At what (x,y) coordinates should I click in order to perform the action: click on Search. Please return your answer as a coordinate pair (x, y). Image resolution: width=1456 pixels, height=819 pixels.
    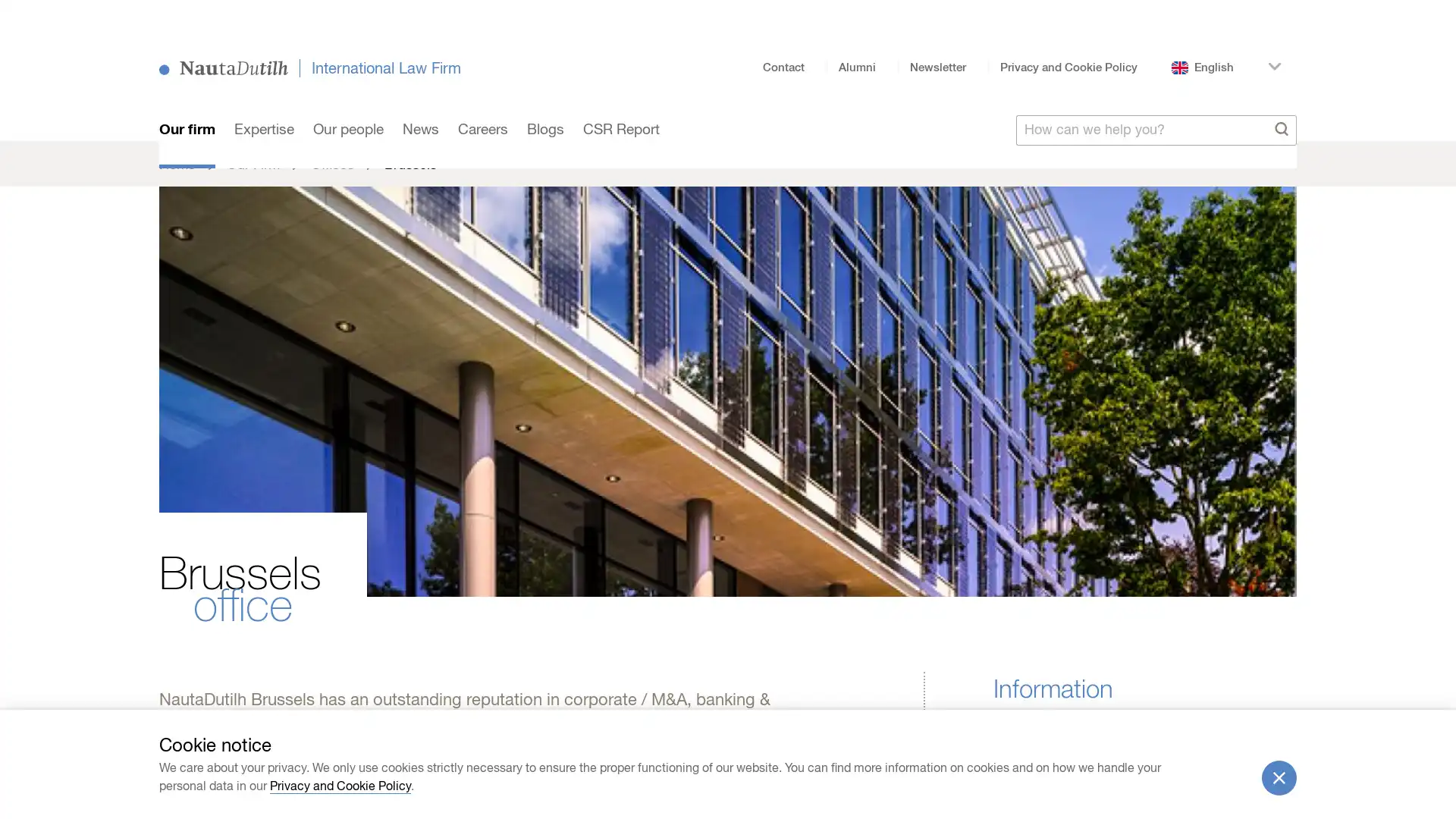
    Looking at the image, I should click on (1281, 102).